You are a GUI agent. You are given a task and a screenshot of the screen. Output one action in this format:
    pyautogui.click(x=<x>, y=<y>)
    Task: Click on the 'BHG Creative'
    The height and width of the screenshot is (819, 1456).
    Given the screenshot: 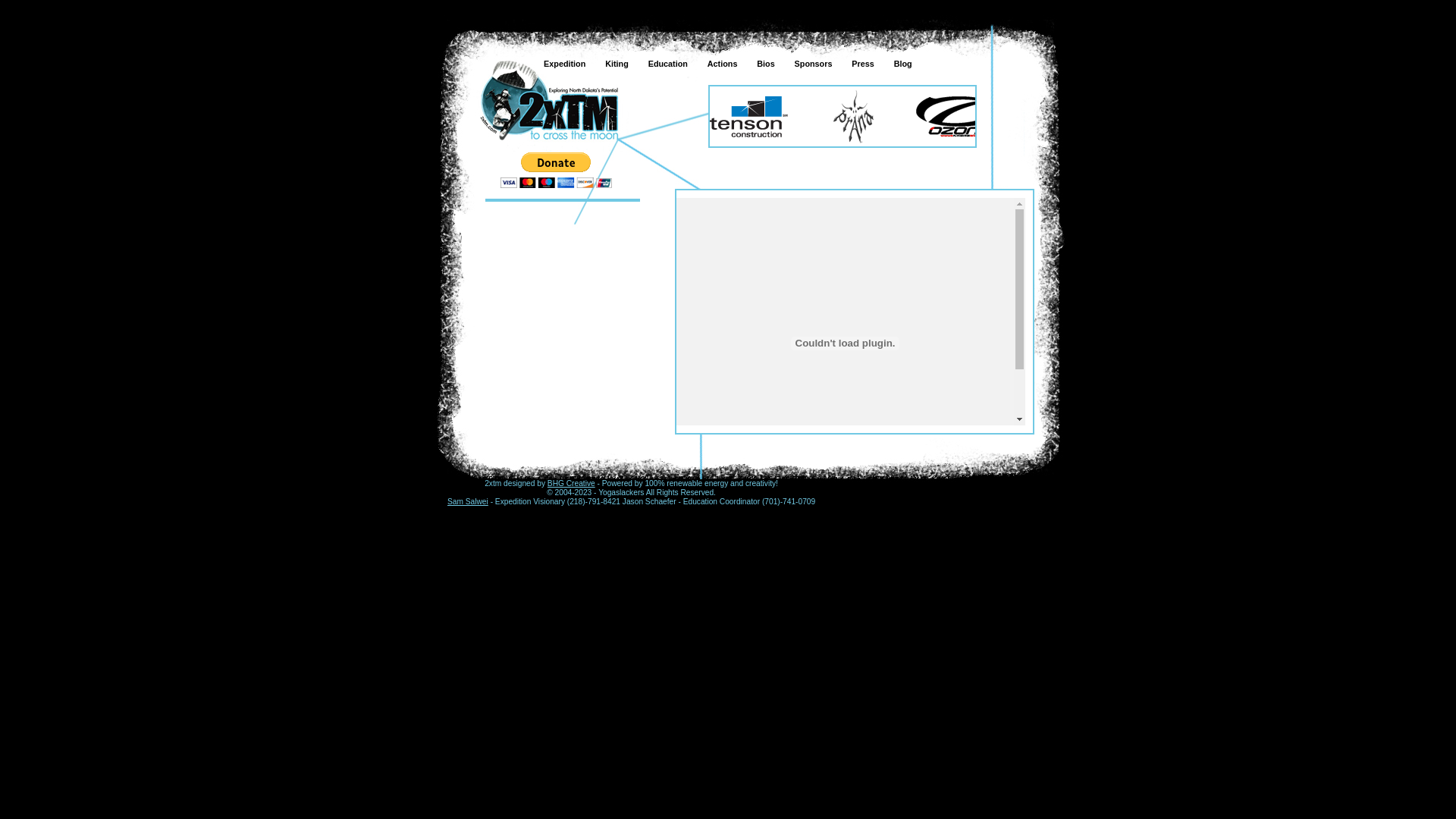 What is the action you would take?
    pyautogui.click(x=570, y=483)
    